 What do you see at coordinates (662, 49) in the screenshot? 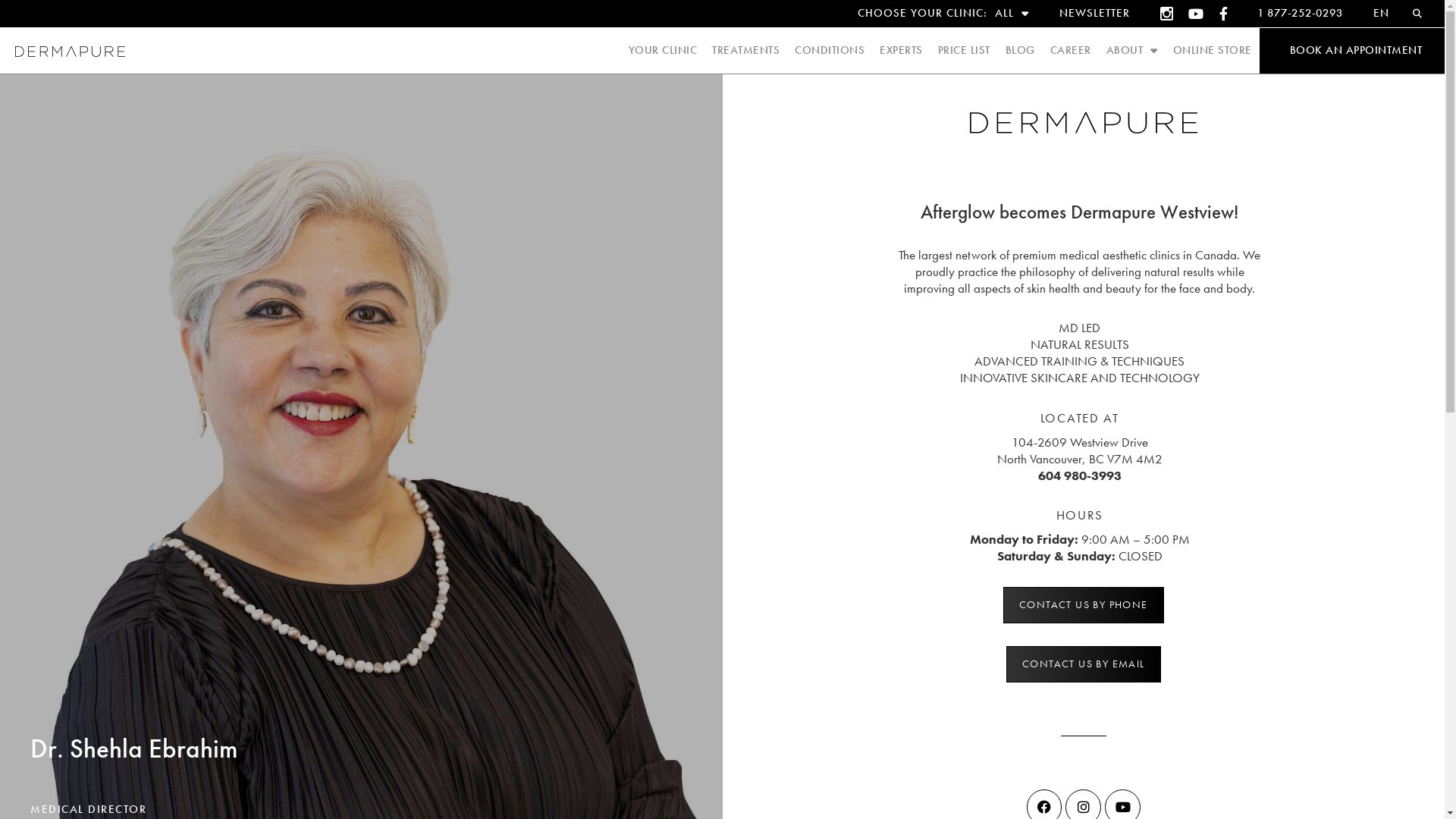
I see `'YOUR CLINIC'` at bounding box center [662, 49].